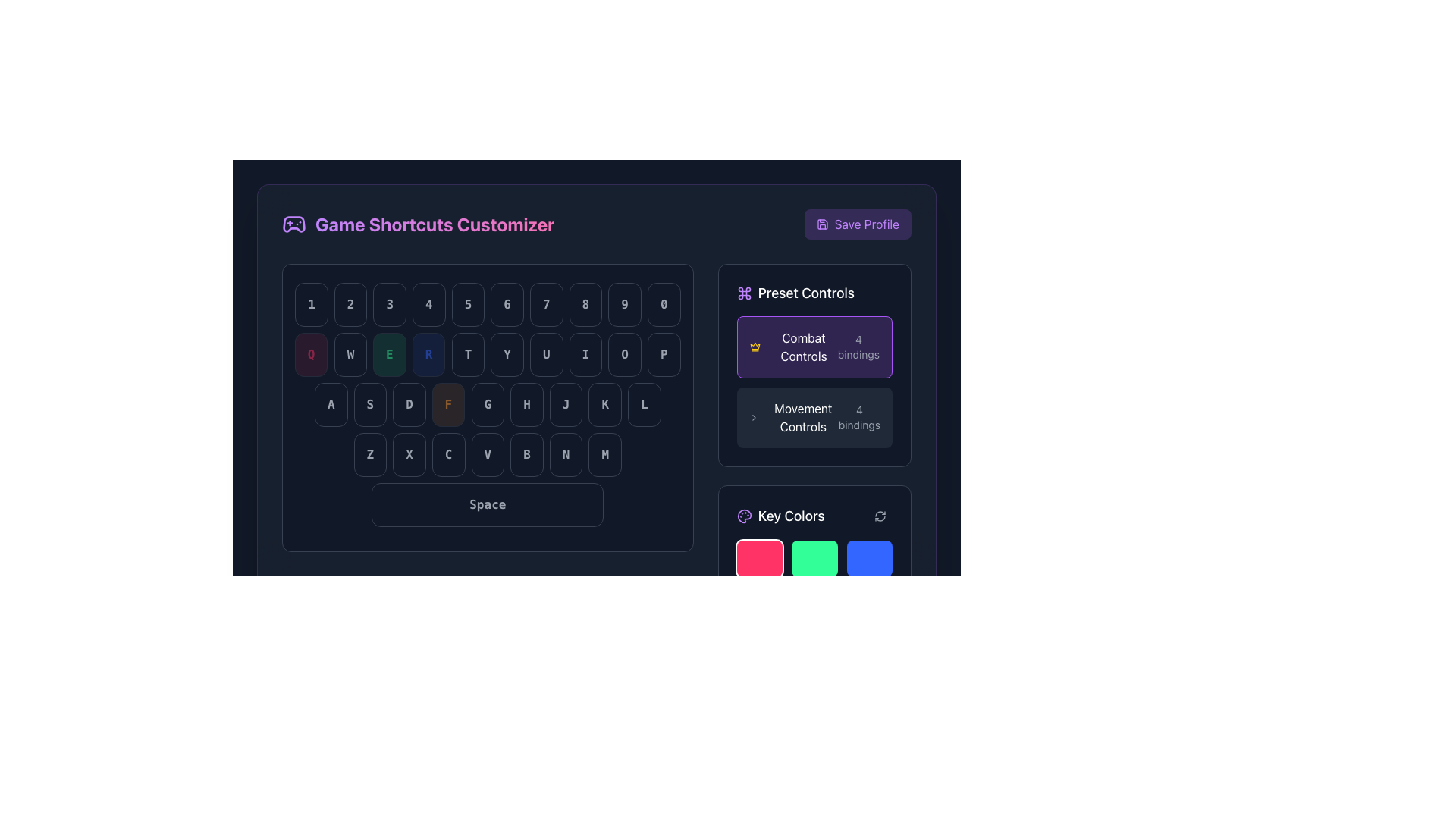 The image size is (1456, 819). I want to click on the button displaying the number '8', which is part of a horizontally aligned group of digit buttons, characterized by its rounded rectangle shape, dark background, and light-colored bold font, so click(585, 304).